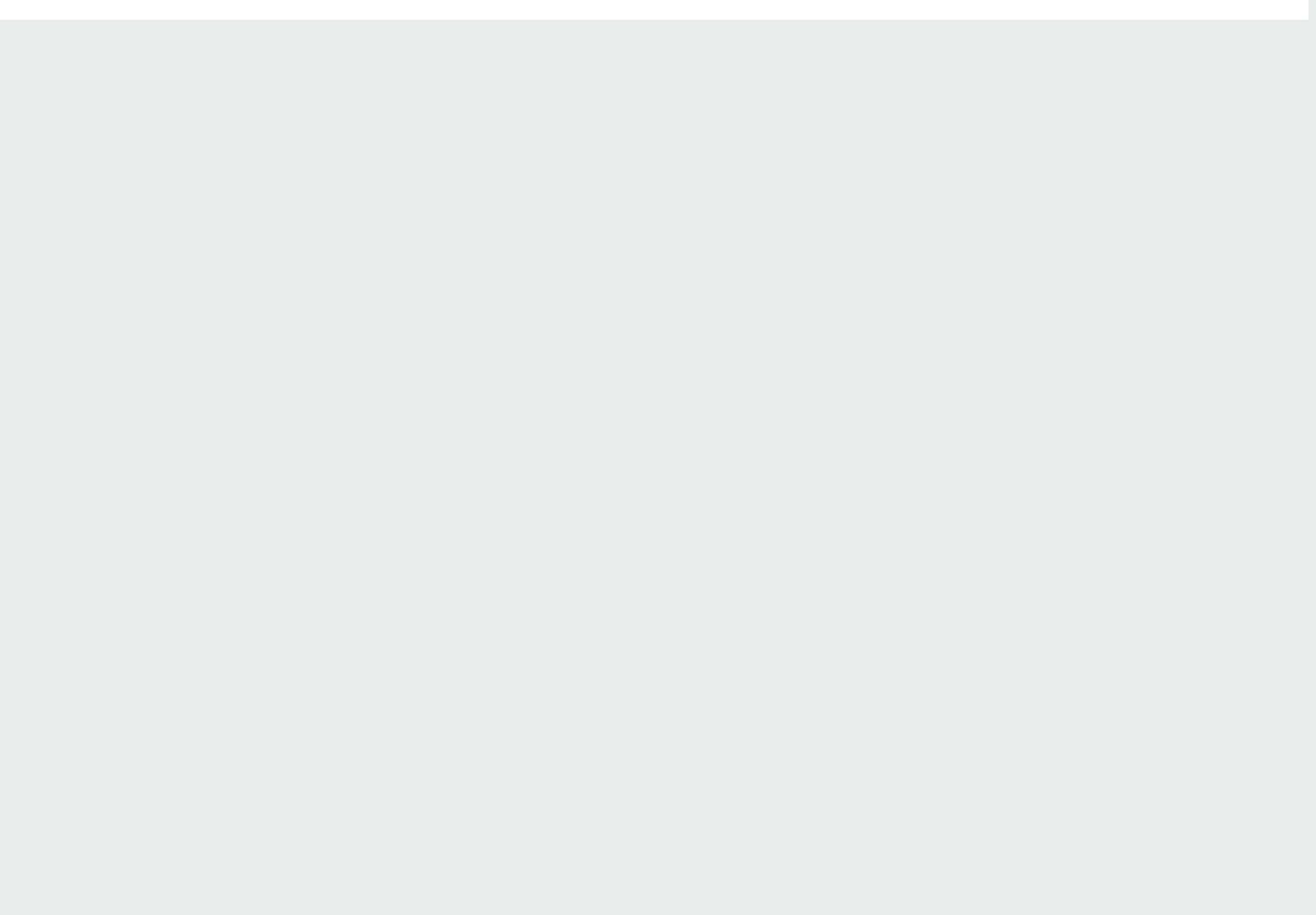 The image size is (1316, 915). Describe the element at coordinates (172, 338) in the screenshot. I see `'Cate Ellink'` at that location.